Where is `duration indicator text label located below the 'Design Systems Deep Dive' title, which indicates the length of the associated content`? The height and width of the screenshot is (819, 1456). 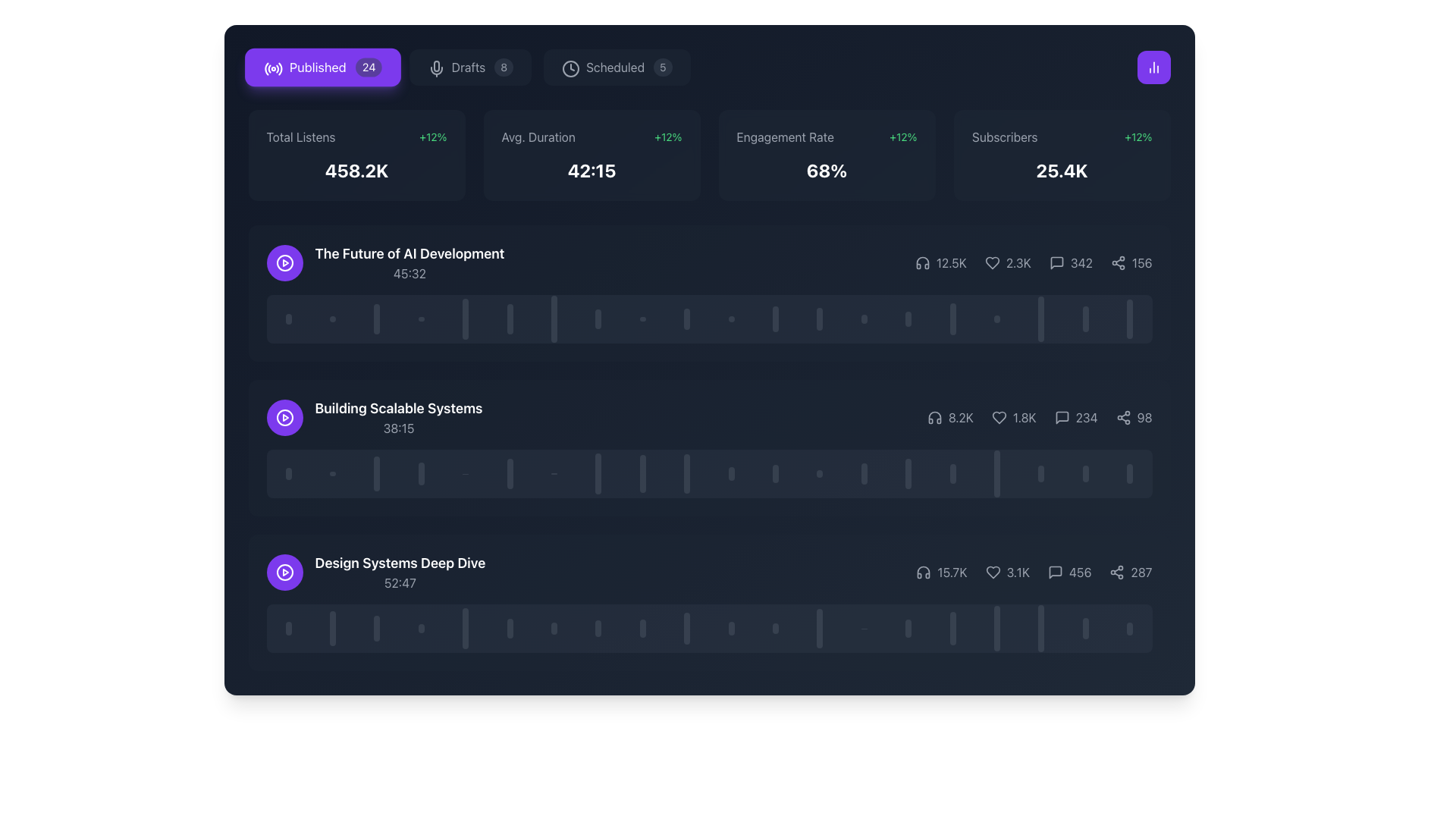 duration indicator text label located below the 'Design Systems Deep Dive' title, which indicates the length of the associated content is located at coordinates (400, 582).